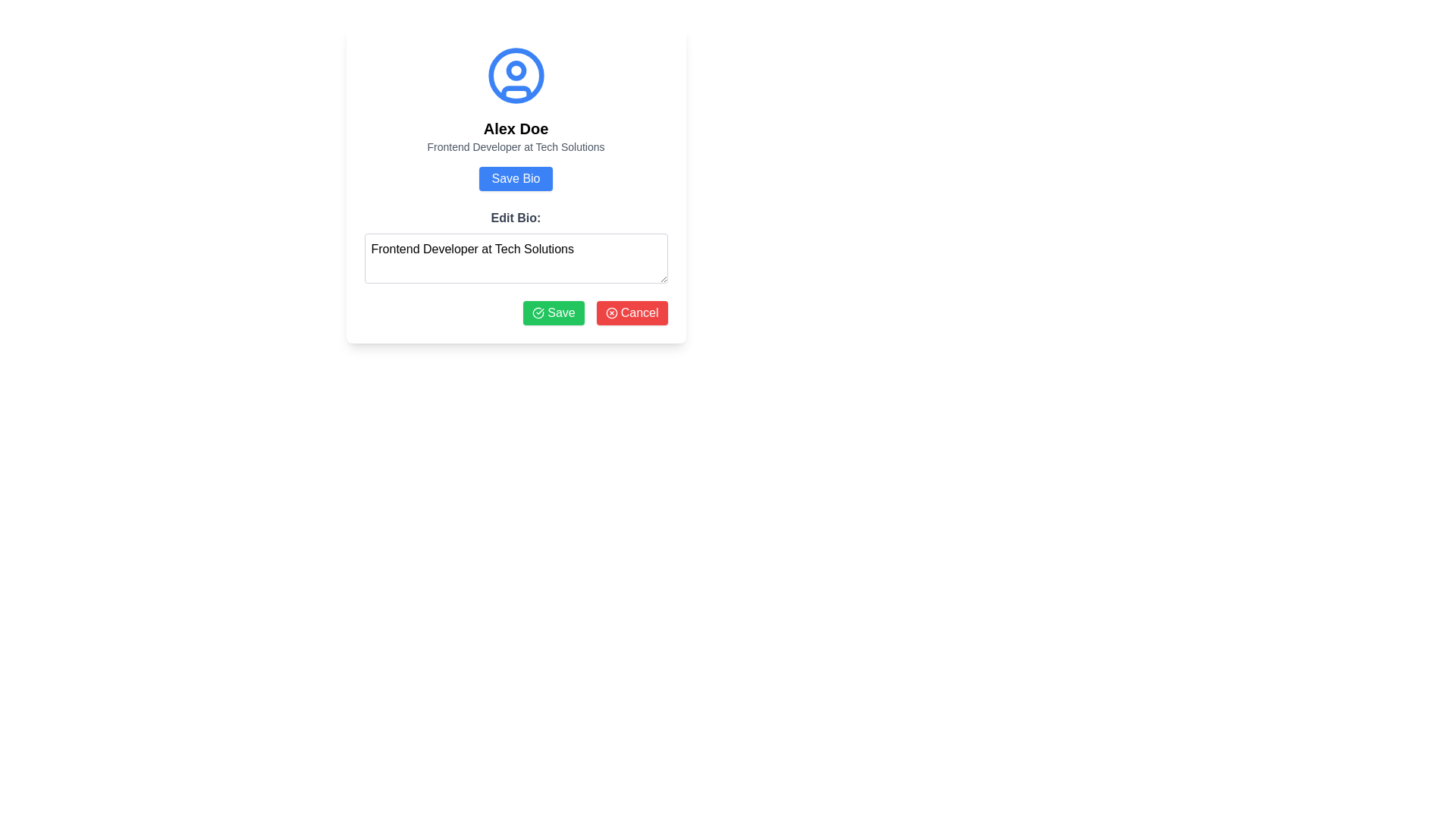 The image size is (1456, 819). What do you see at coordinates (516, 71) in the screenshot?
I see `the small circular SVG component representing a user profile icon located at the top-center of the interface` at bounding box center [516, 71].